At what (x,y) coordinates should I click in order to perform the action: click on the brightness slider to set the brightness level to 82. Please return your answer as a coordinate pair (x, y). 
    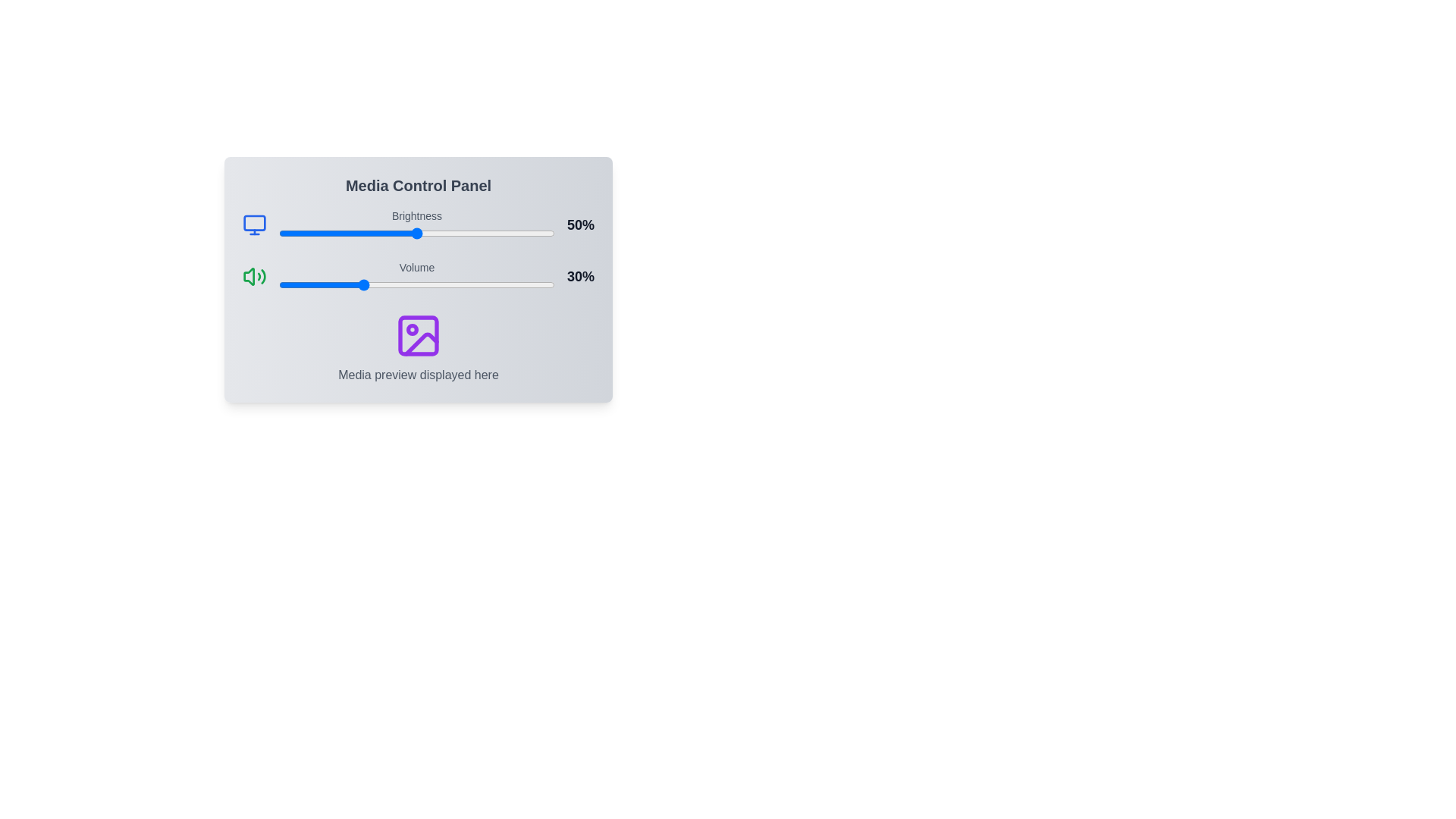
    Looking at the image, I should click on (504, 234).